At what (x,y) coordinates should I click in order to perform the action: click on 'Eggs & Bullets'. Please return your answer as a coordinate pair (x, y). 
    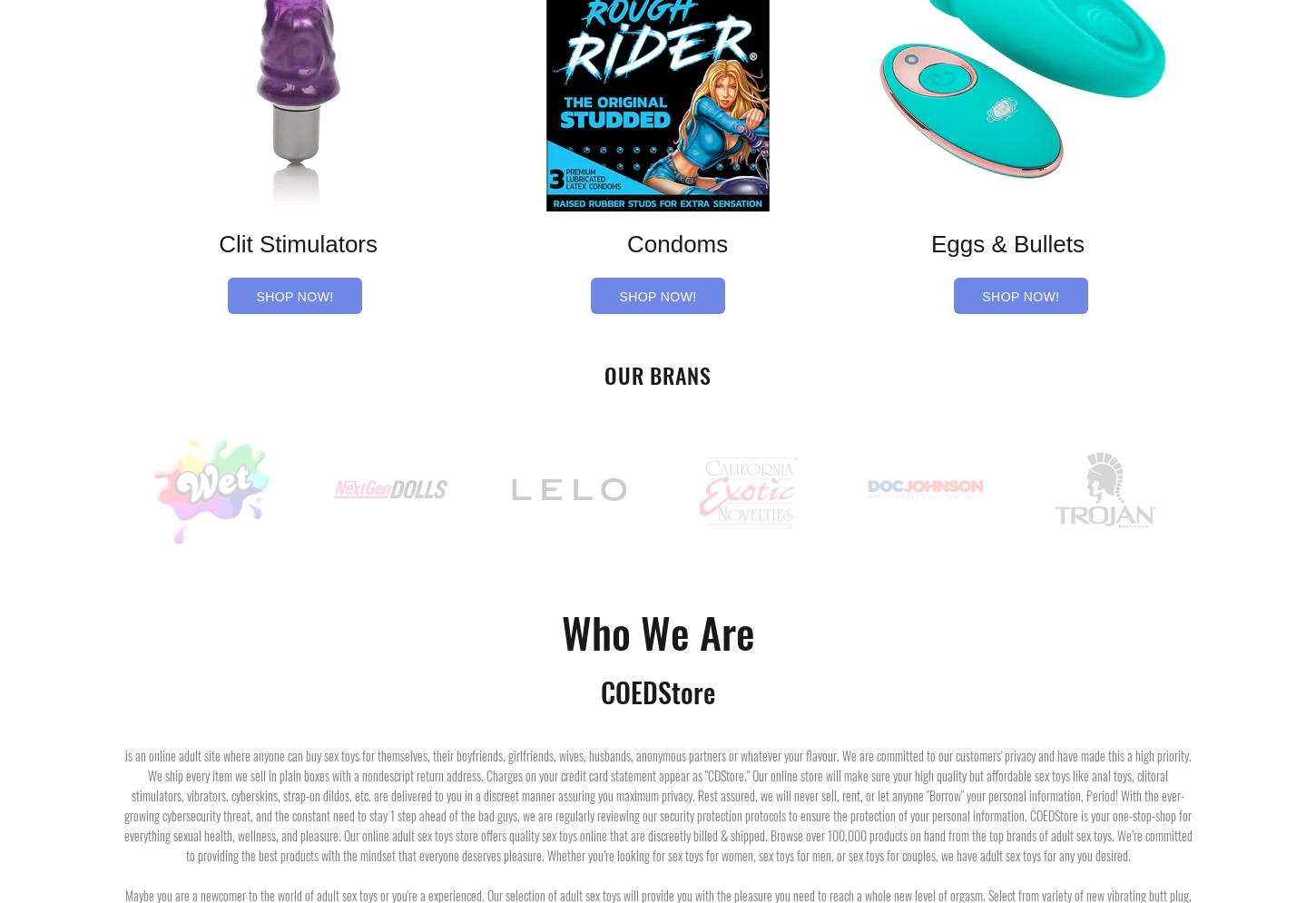
    Looking at the image, I should click on (1019, 243).